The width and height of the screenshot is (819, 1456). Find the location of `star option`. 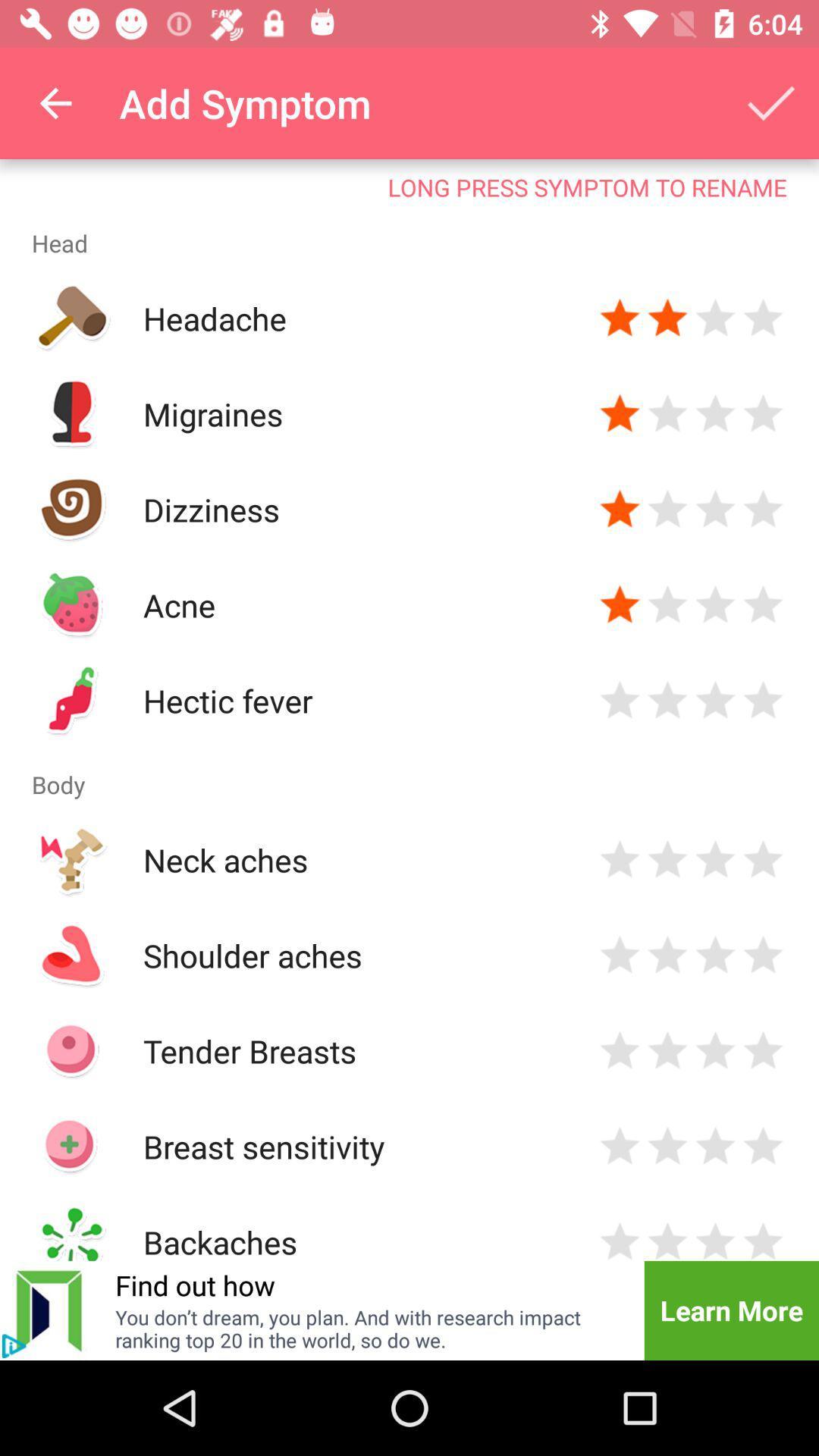

star option is located at coordinates (763, 1050).